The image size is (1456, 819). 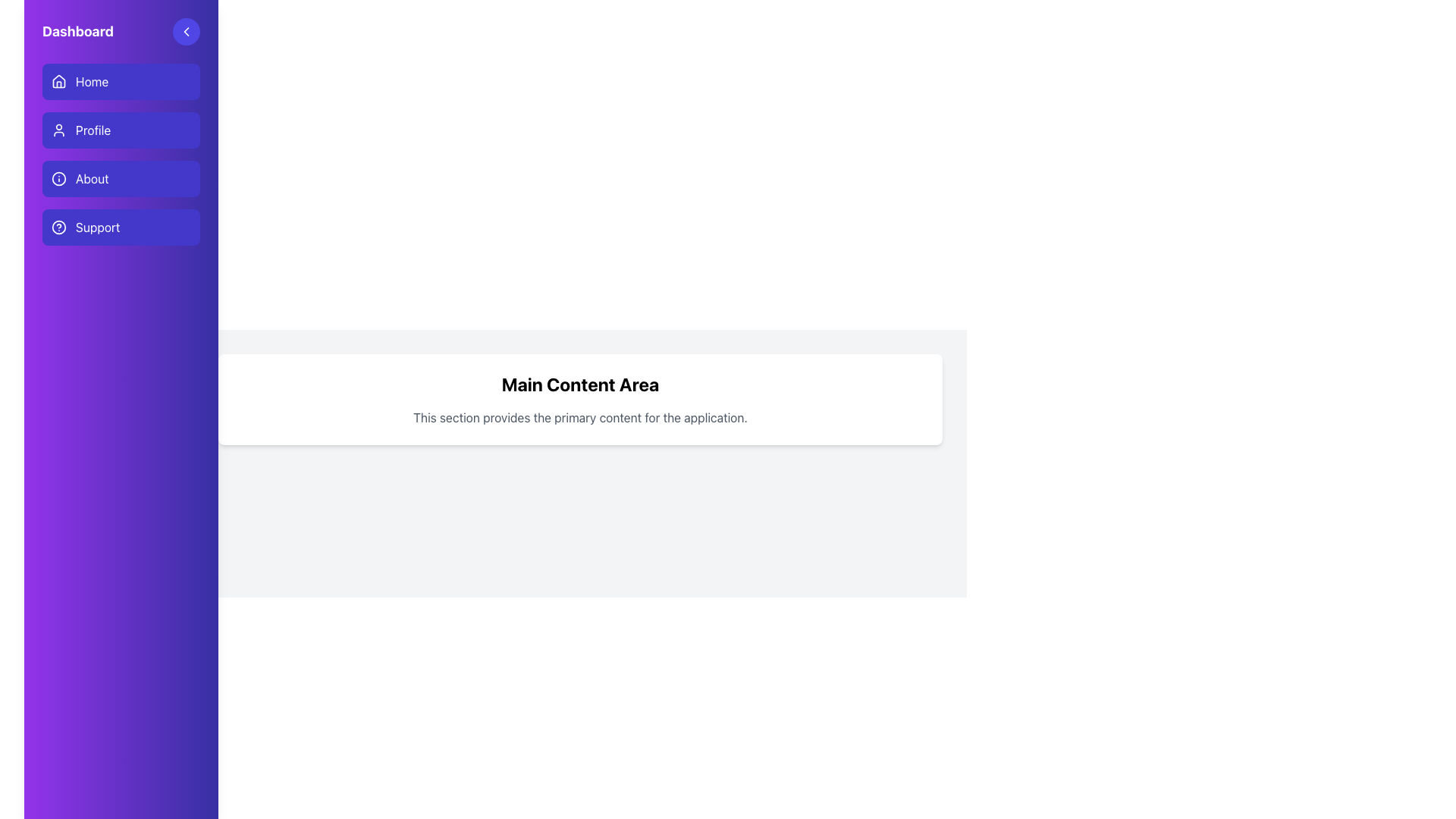 I want to click on text from the header label located in the upper-left corner of the sidebar, which indicates the current section of the interface, so click(x=77, y=32).